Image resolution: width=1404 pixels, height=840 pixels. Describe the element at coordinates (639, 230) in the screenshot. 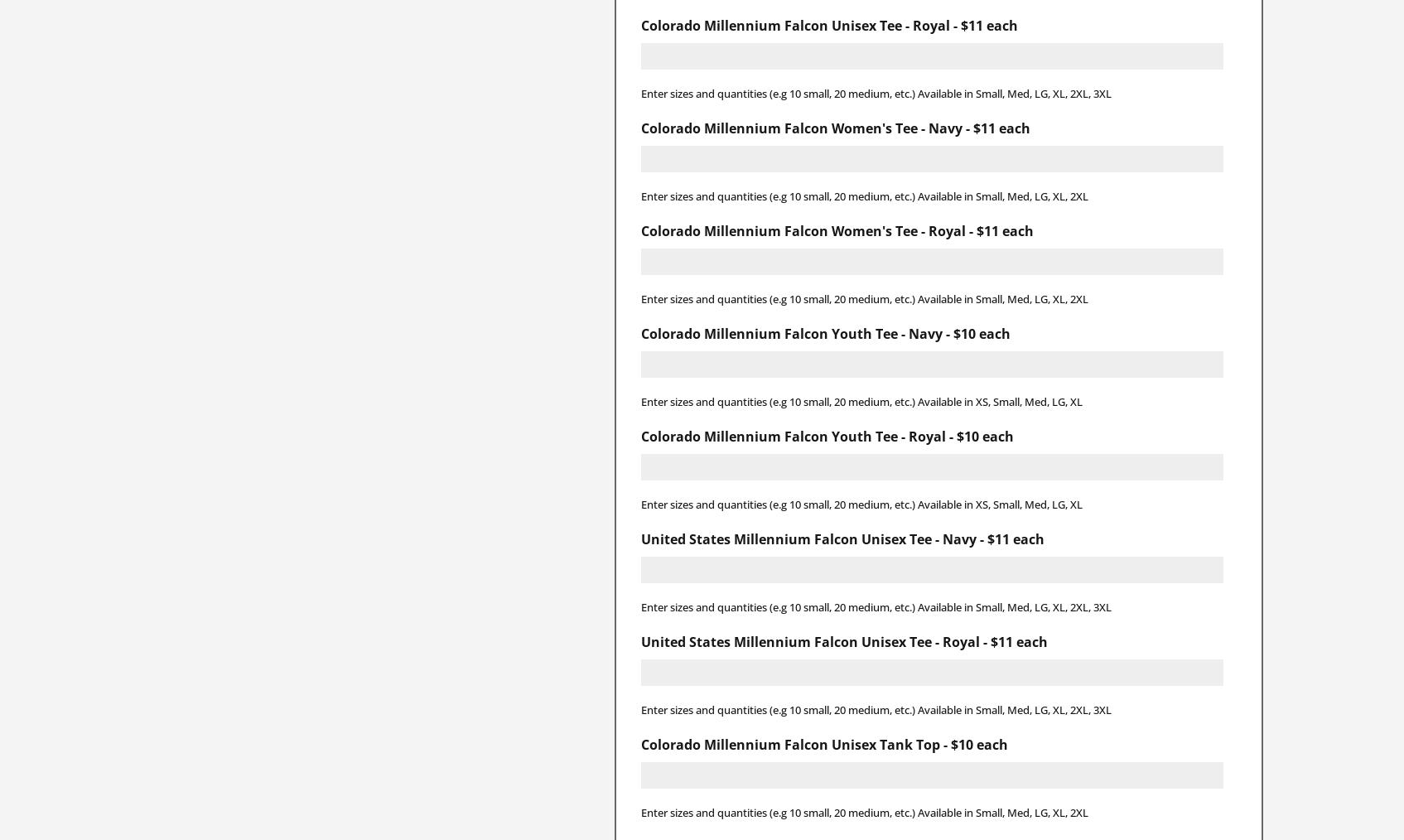

I see `'Colorado Millennium Falcon Women's Tee - Royal - $11 each'` at that location.